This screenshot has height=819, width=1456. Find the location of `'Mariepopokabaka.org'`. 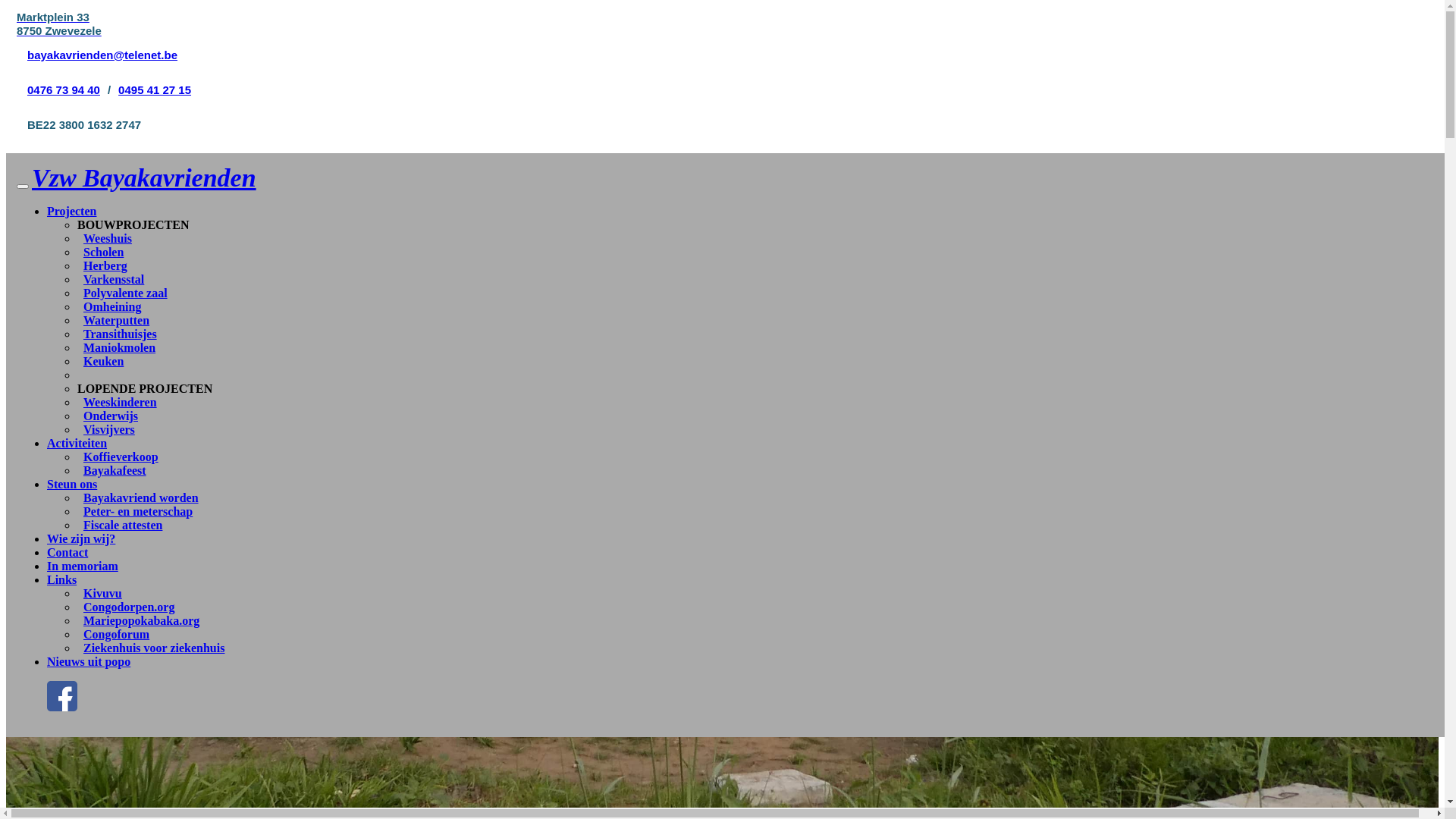

'Mariepopokabaka.org' is located at coordinates (76, 620).